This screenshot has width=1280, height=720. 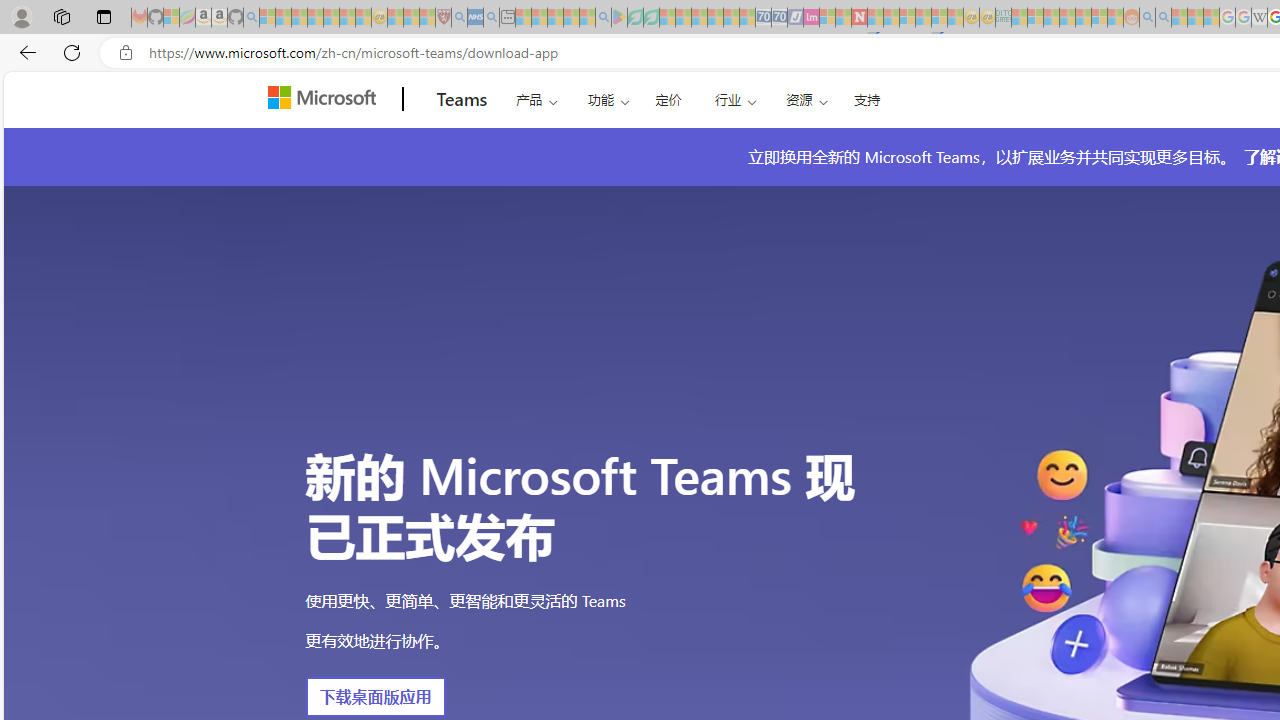 What do you see at coordinates (602, 17) in the screenshot?
I see `'google - Search - Sleeping'` at bounding box center [602, 17].